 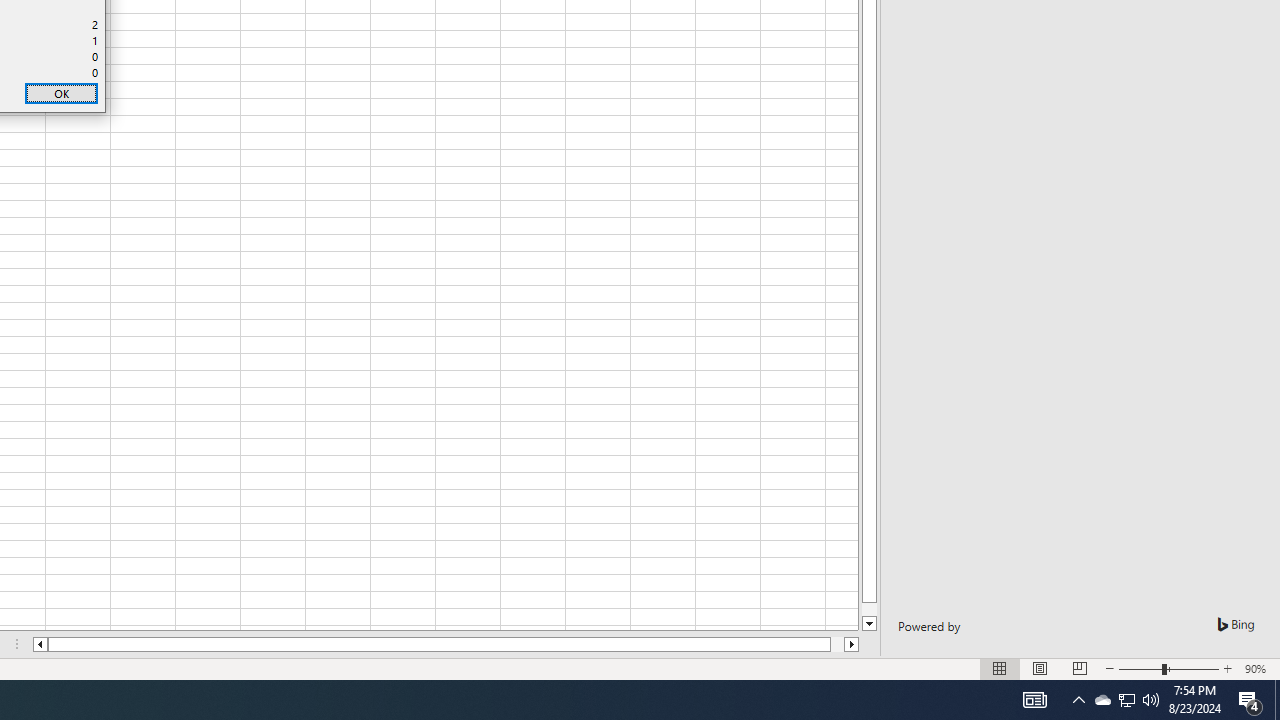 What do you see at coordinates (1078, 698) in the screenshot?
I see `'Notification Chevron'` at bounding box center [1078, 698].